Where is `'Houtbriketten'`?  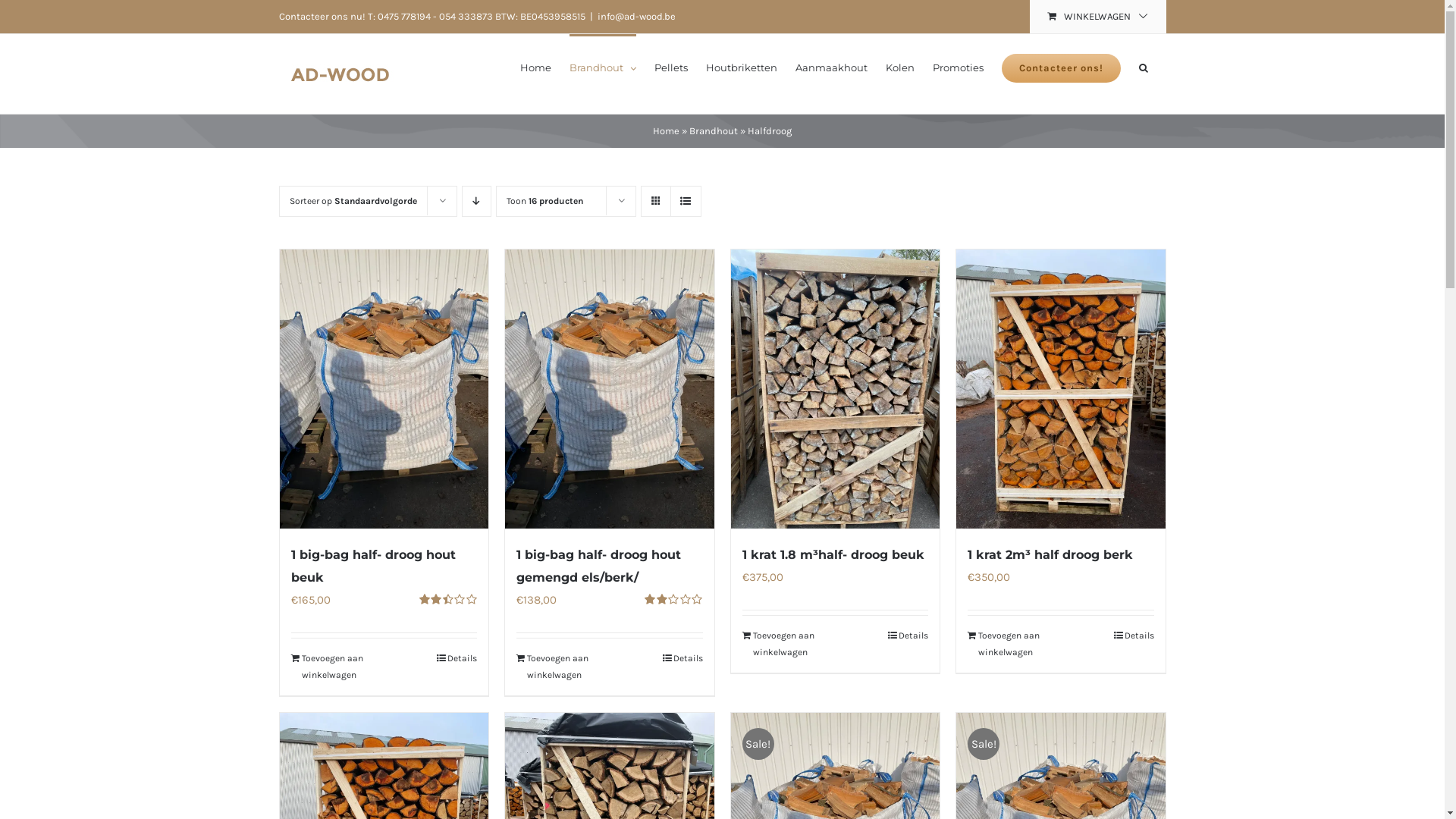
'Houtbriketten' is located at coordinates (741, 66).